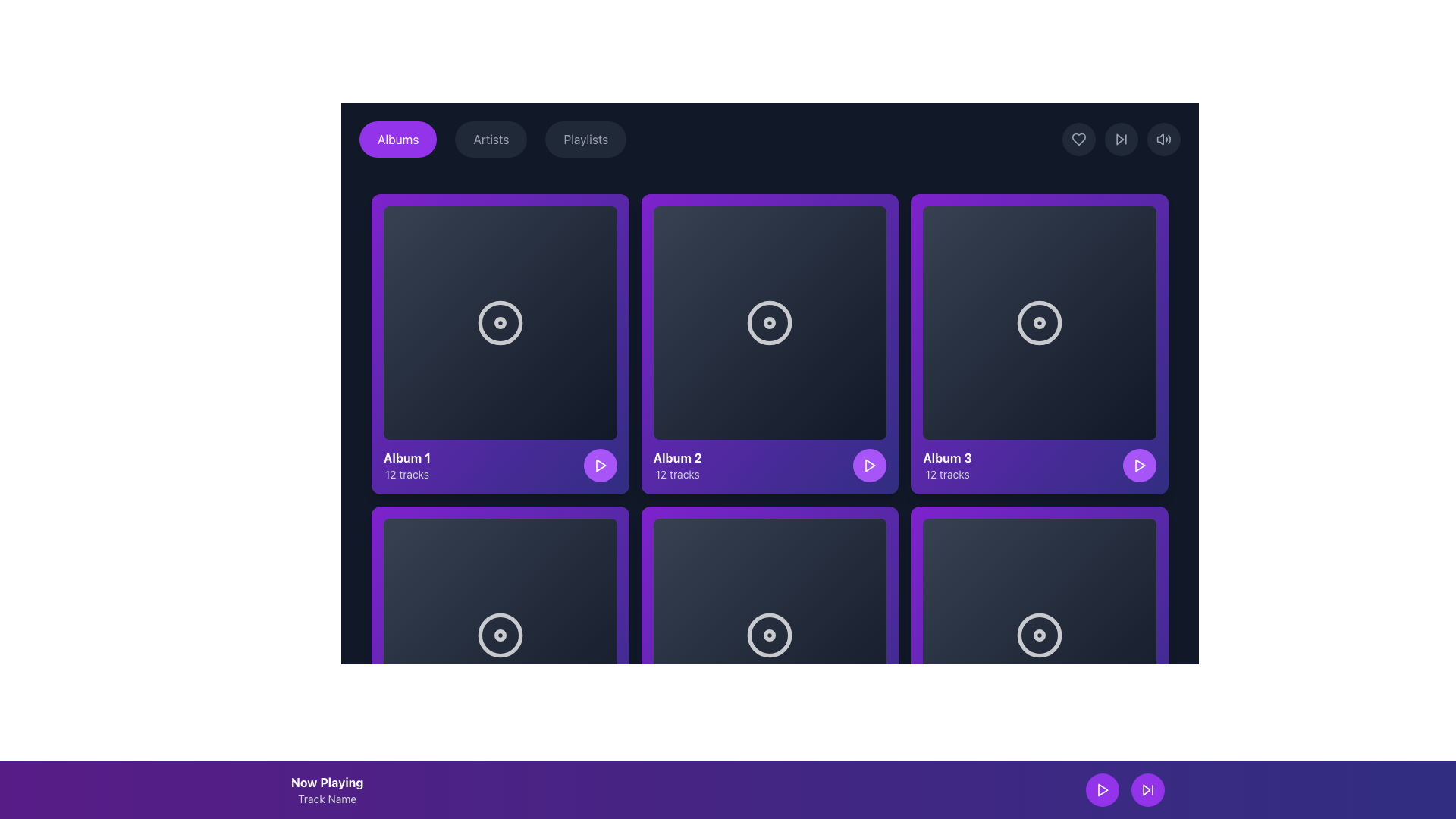 This screenshot has width=1456, height=819. What do you see at coordinates (676, 457) in the screenshot?
I see `the album title text label that is located in the center of the second column of the grid layout, positioned above the text '12 tracks' and below the circular graphical representation` at bounding box center [676, 457].